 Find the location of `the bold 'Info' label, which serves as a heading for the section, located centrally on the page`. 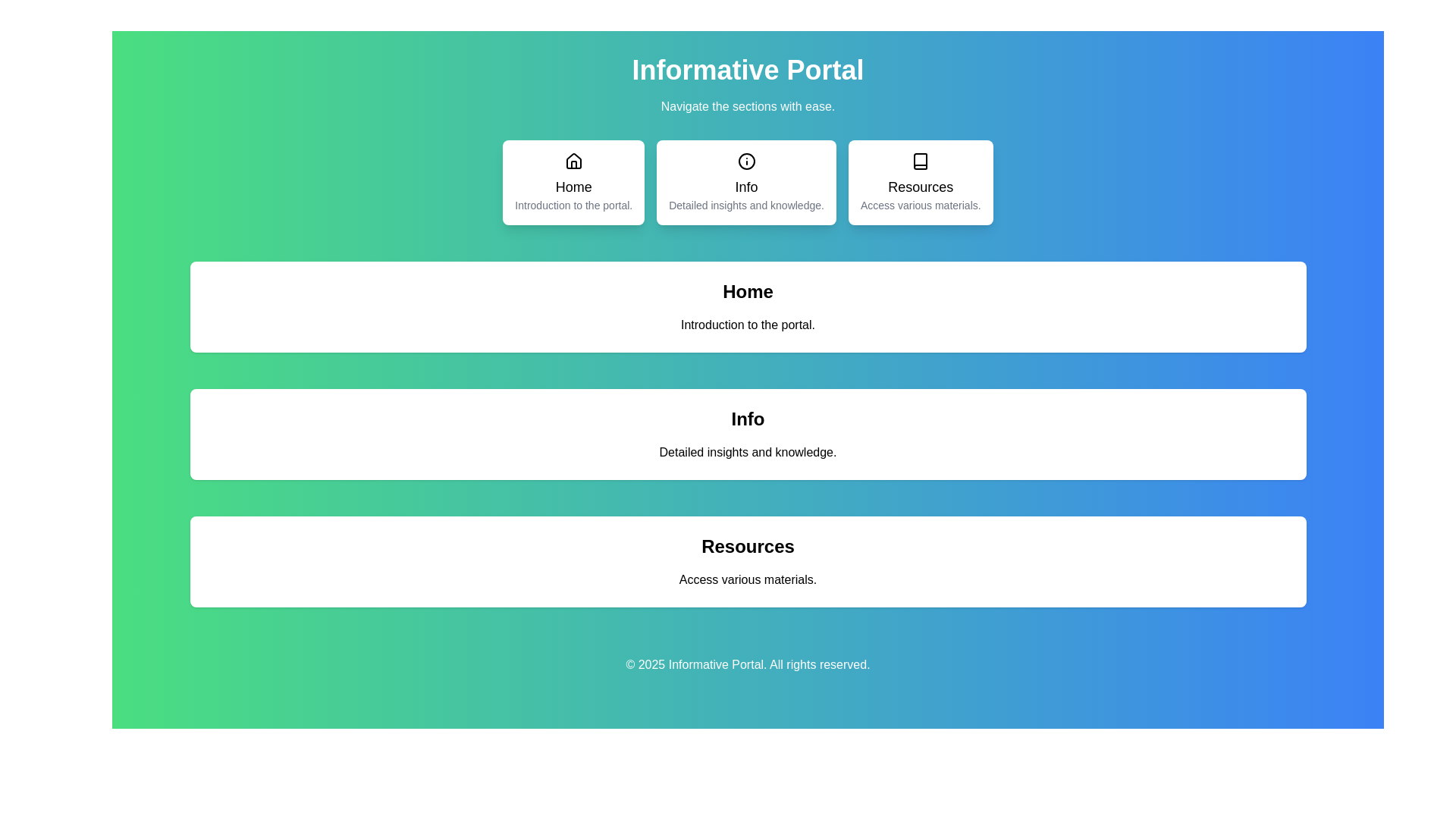

the bold 'Info' label, which serves as a heading for the section, located centrally on the page is located at coordinates (748, 419).